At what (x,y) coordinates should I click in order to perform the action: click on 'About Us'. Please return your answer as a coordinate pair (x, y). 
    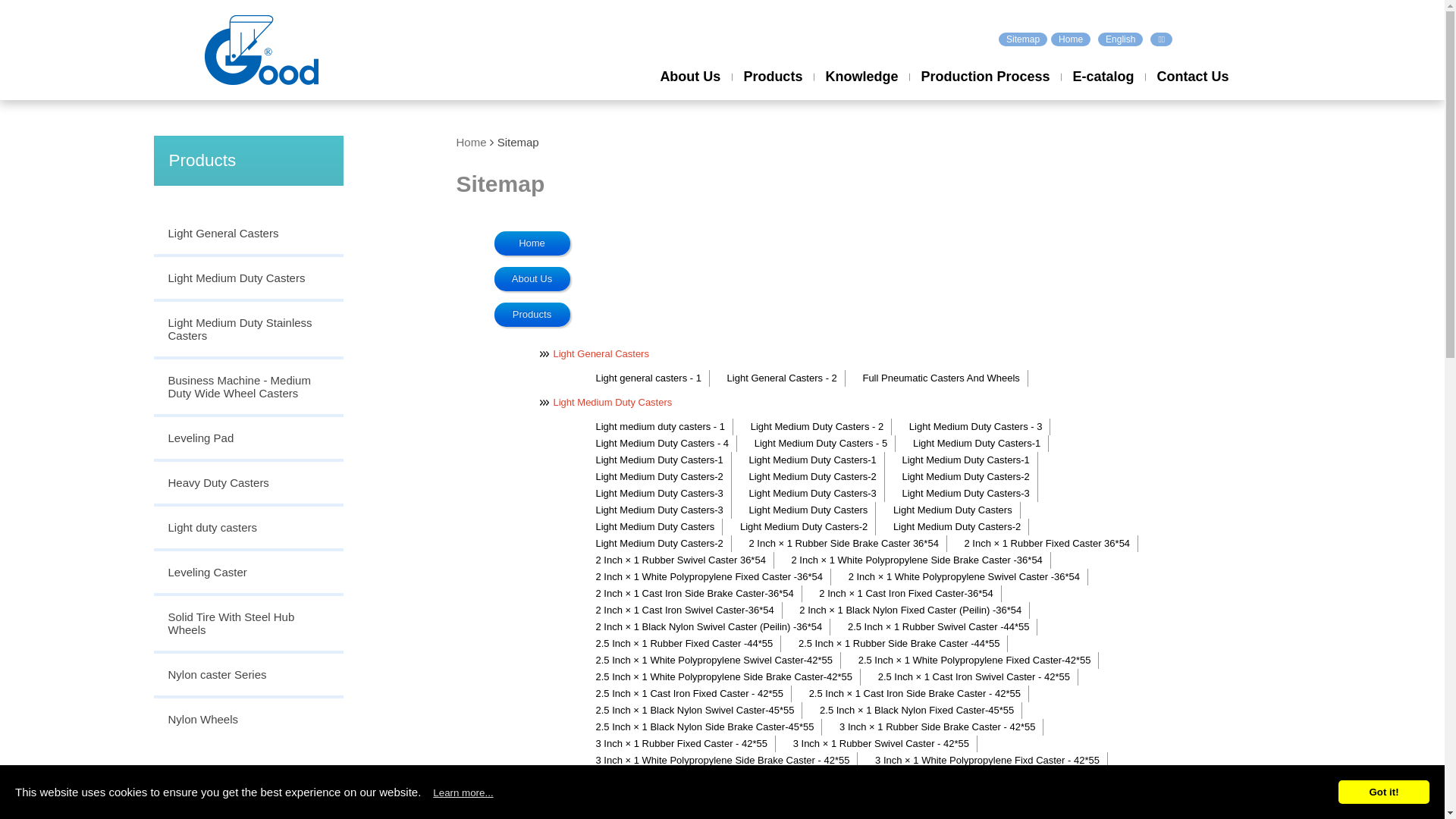
    Looking at the image, I should click on (532, 278).